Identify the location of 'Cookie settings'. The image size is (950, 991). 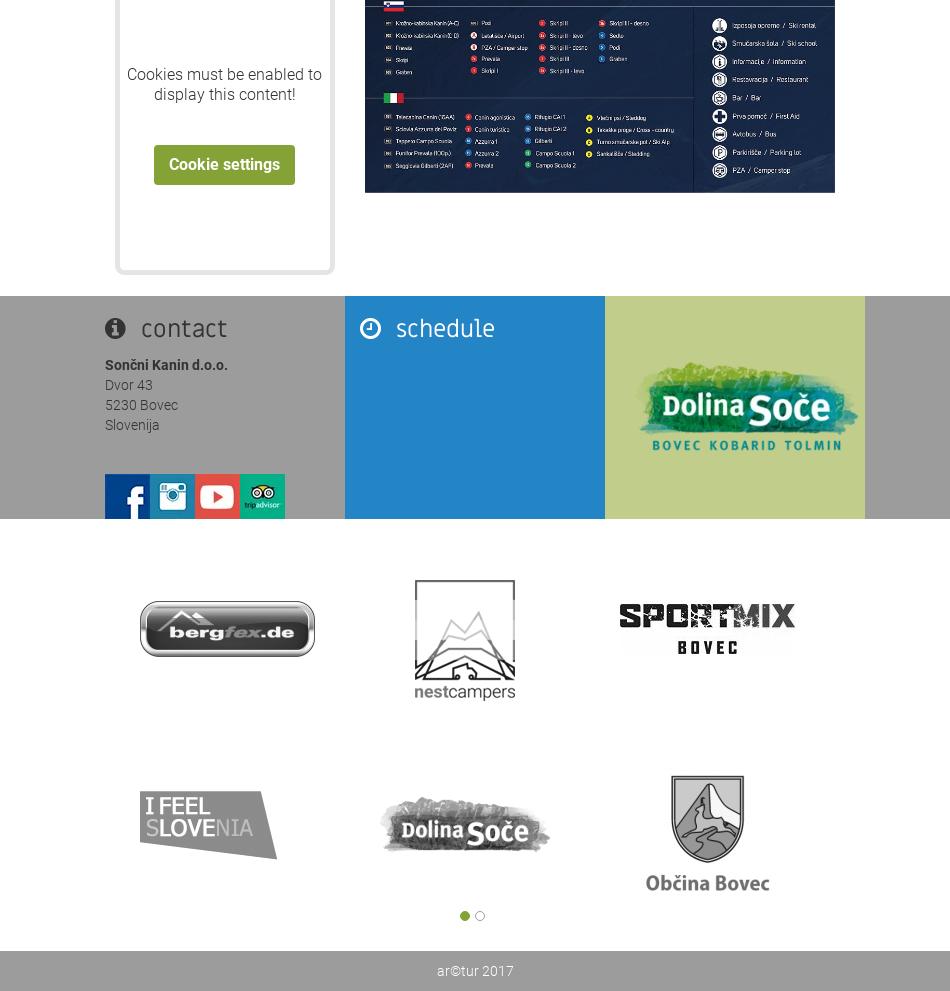
(224, 164).